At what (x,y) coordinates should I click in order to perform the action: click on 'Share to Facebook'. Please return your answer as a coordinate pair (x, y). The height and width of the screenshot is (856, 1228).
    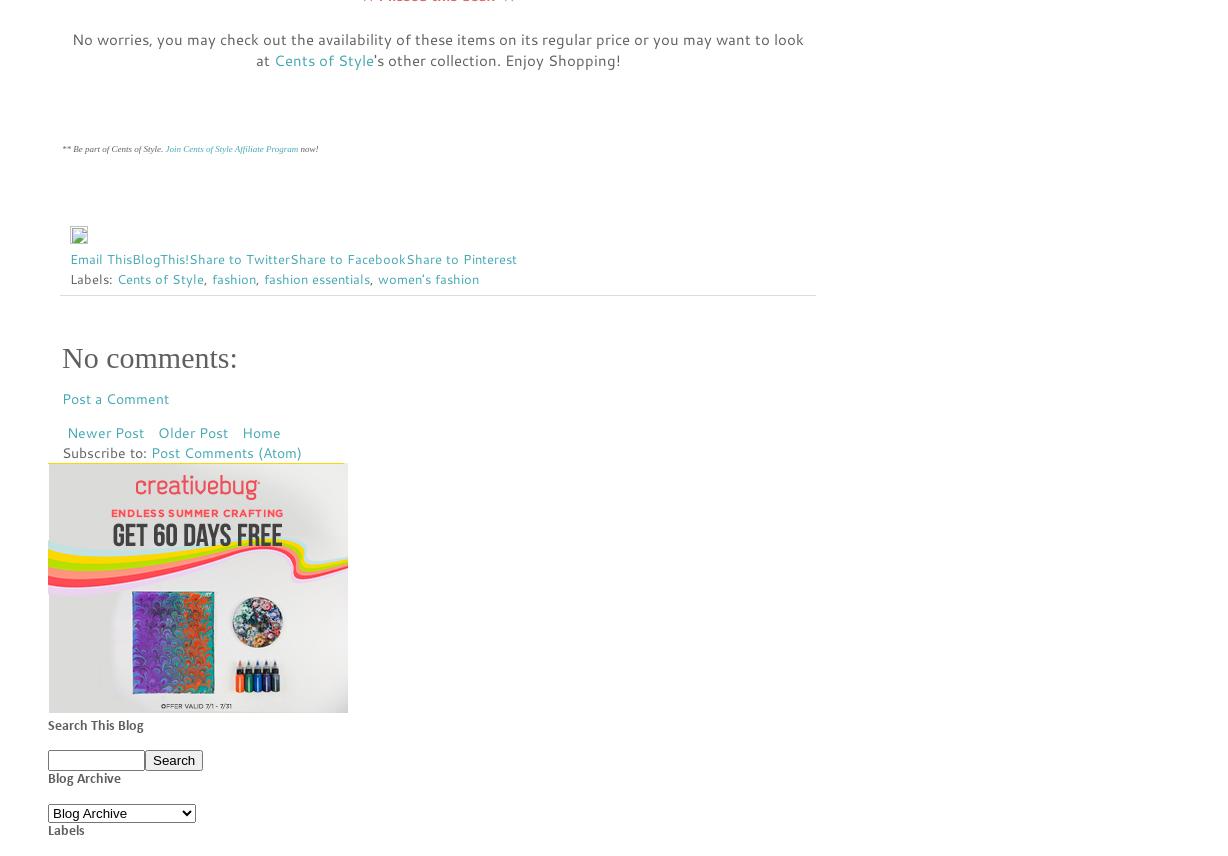
    Looking at the image, I should click on (348, 258).